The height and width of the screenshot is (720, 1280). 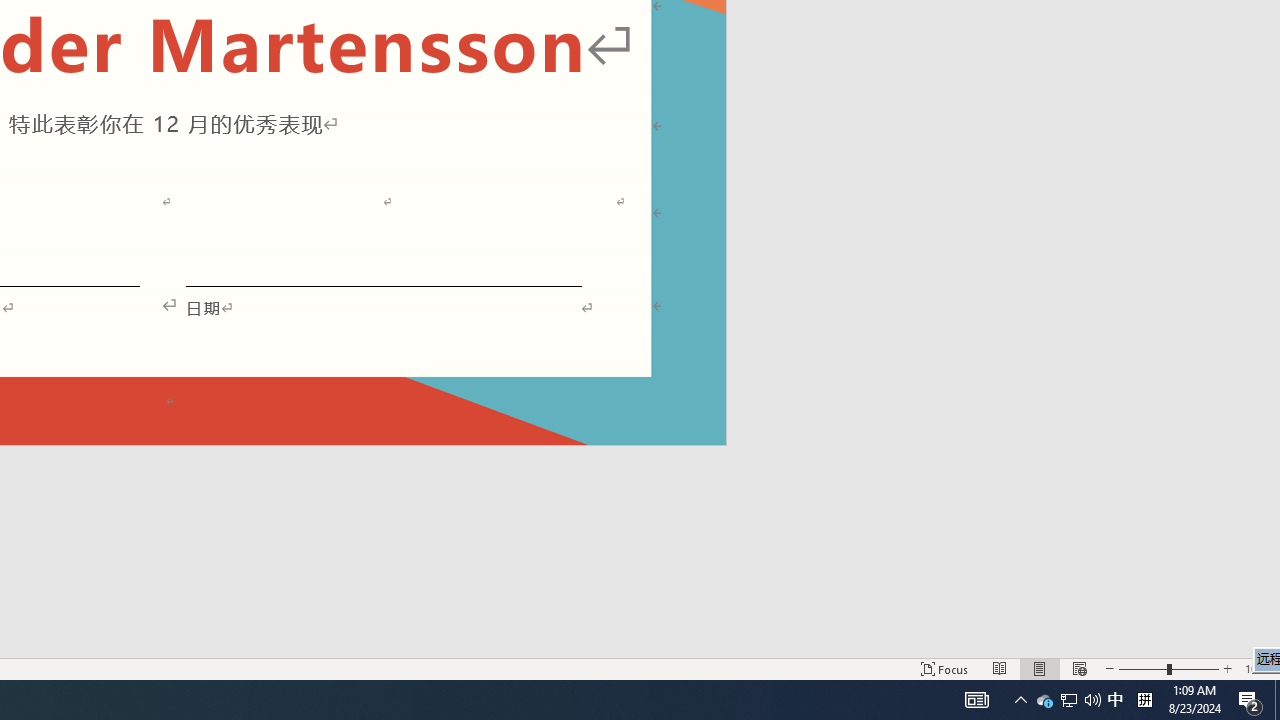 What do you see at coordinates (1040, 669) in the screenshot?
I see `'Print Layout'` at bounding box center [1040, 669].